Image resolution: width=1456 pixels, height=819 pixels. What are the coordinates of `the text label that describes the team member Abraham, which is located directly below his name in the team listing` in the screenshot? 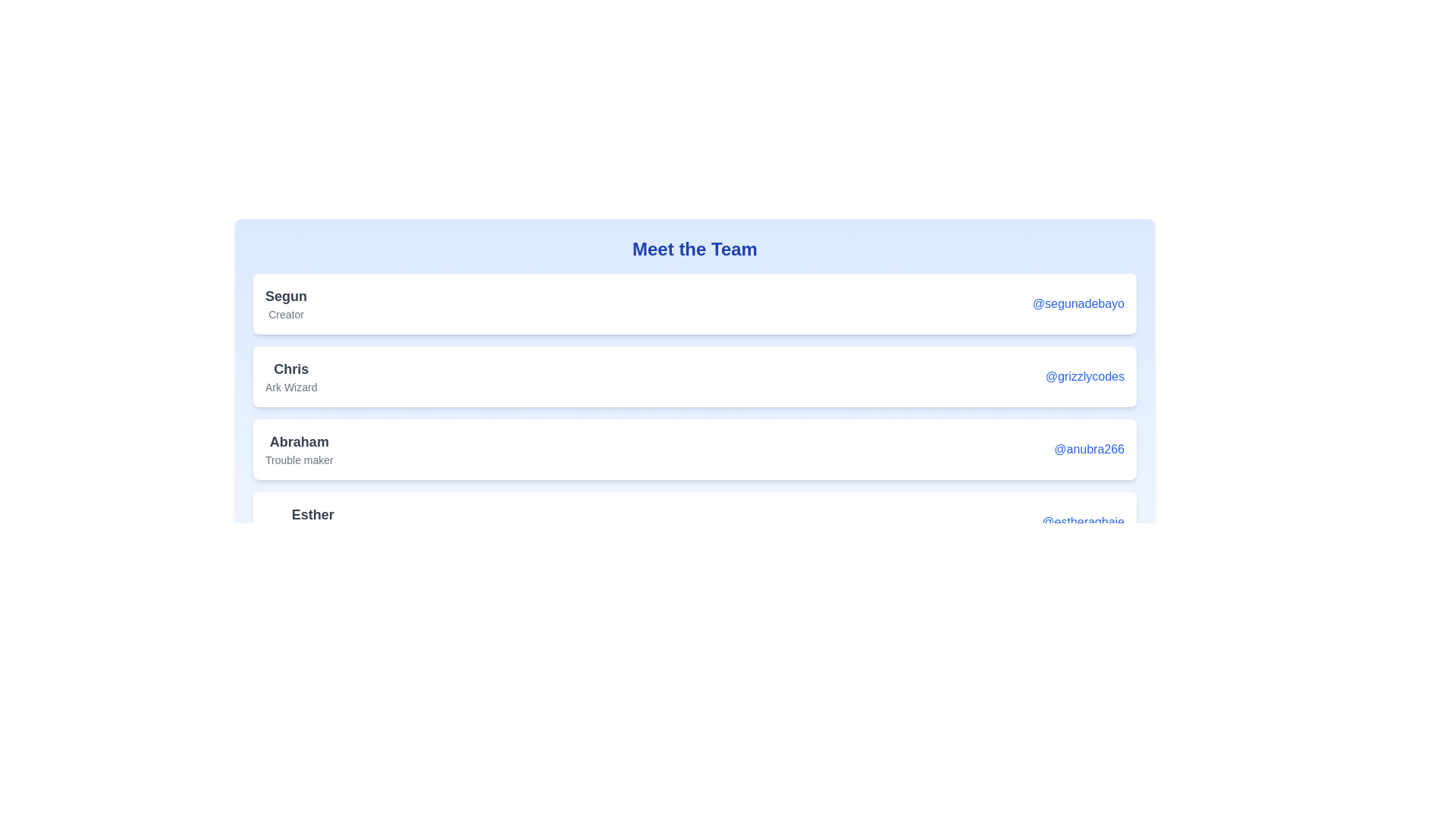 It's located at (299, 459).